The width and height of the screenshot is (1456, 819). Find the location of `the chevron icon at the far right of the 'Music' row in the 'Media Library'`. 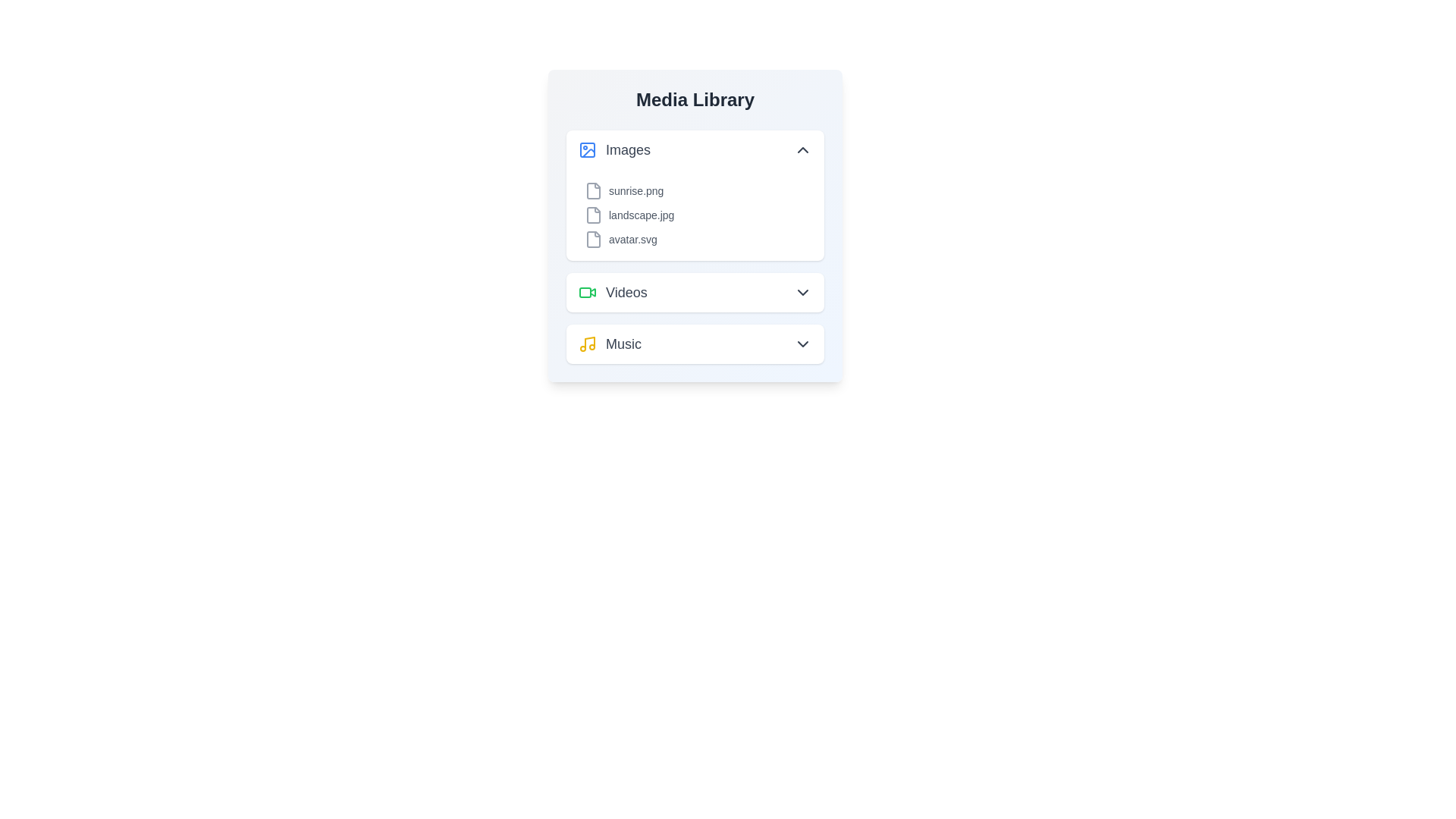

the chevron icon at the far right of the 'Music' row in the 'Media Library' is located at coordinates (802, 344).